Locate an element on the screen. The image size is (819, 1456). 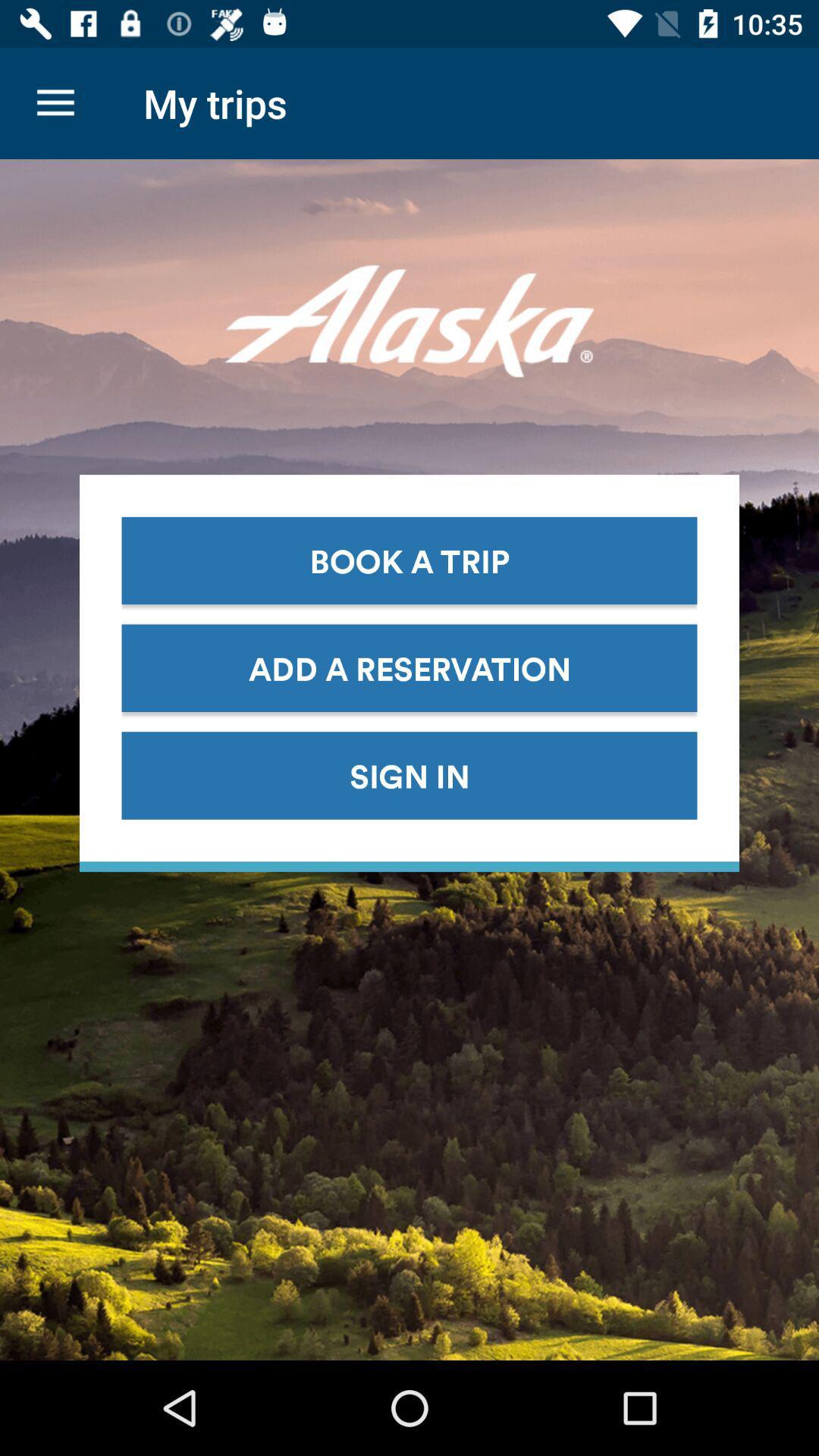
the icon next to my trips icon is located at coordinates (55, 102).